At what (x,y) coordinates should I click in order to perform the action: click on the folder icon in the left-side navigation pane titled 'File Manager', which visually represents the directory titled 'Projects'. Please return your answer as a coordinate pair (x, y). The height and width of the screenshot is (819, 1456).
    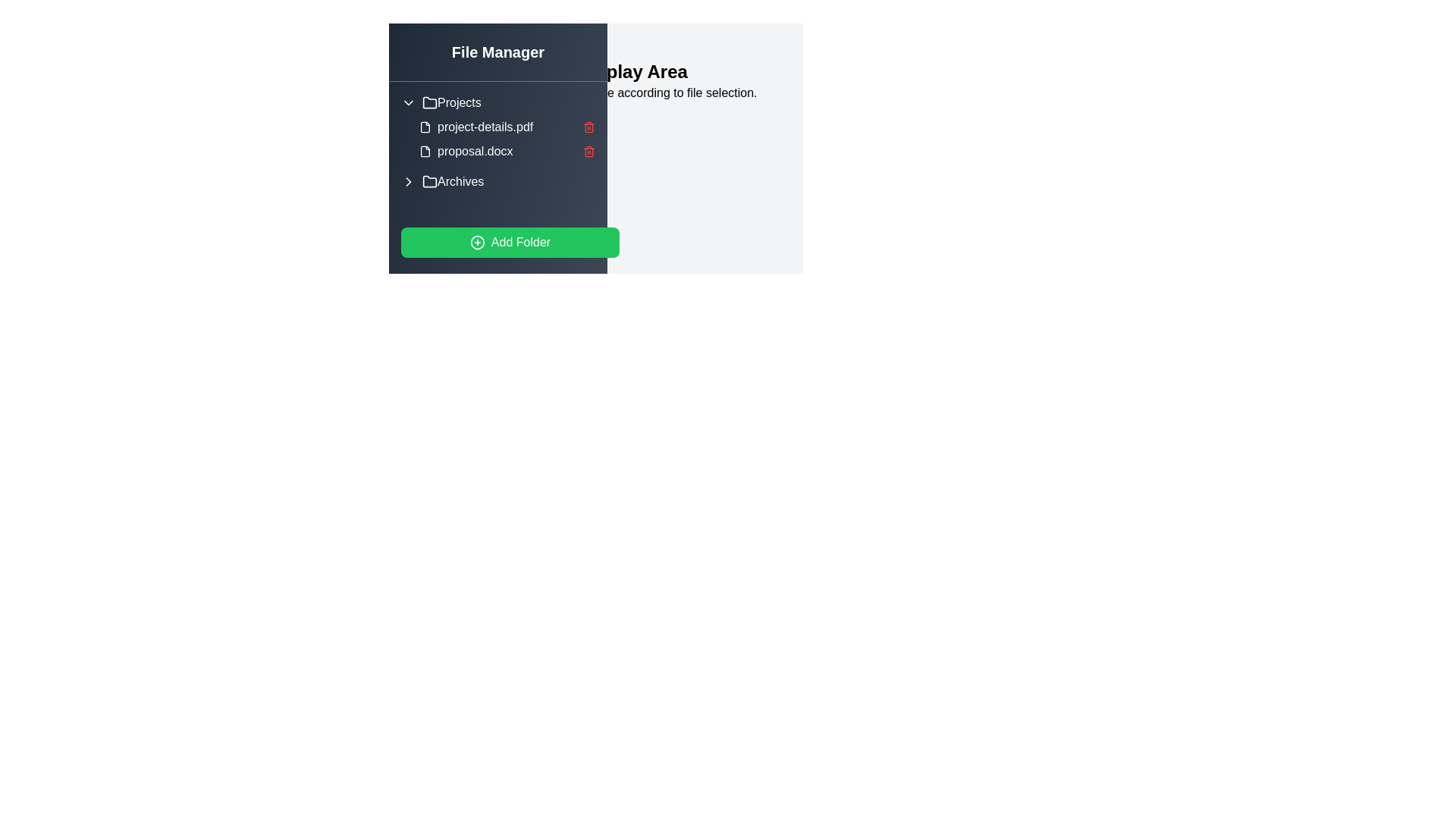
    Looking at the image, I should click on (428, 102).